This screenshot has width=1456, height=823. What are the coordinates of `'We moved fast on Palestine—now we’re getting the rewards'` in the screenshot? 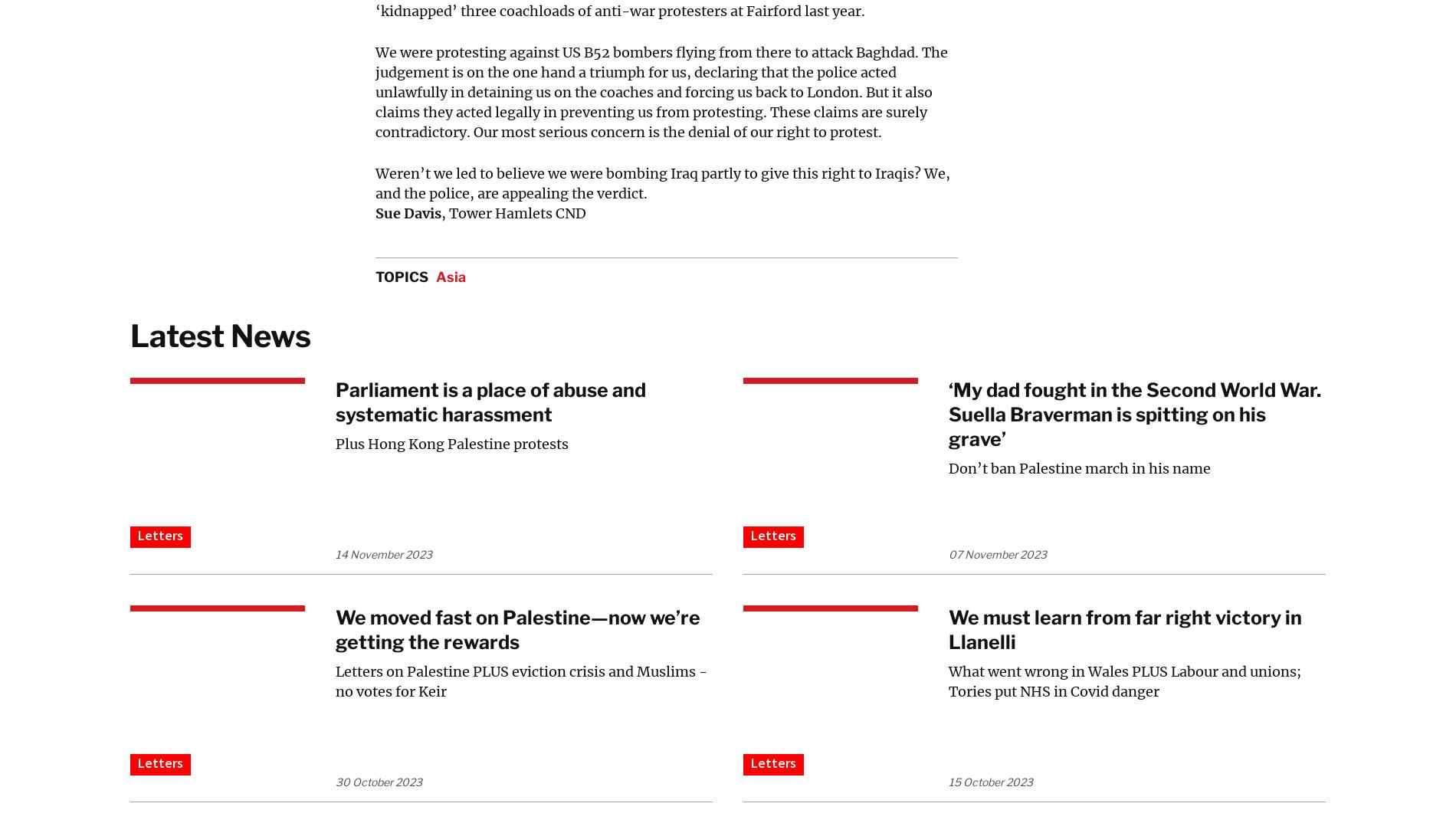 It's located at (334, 630).